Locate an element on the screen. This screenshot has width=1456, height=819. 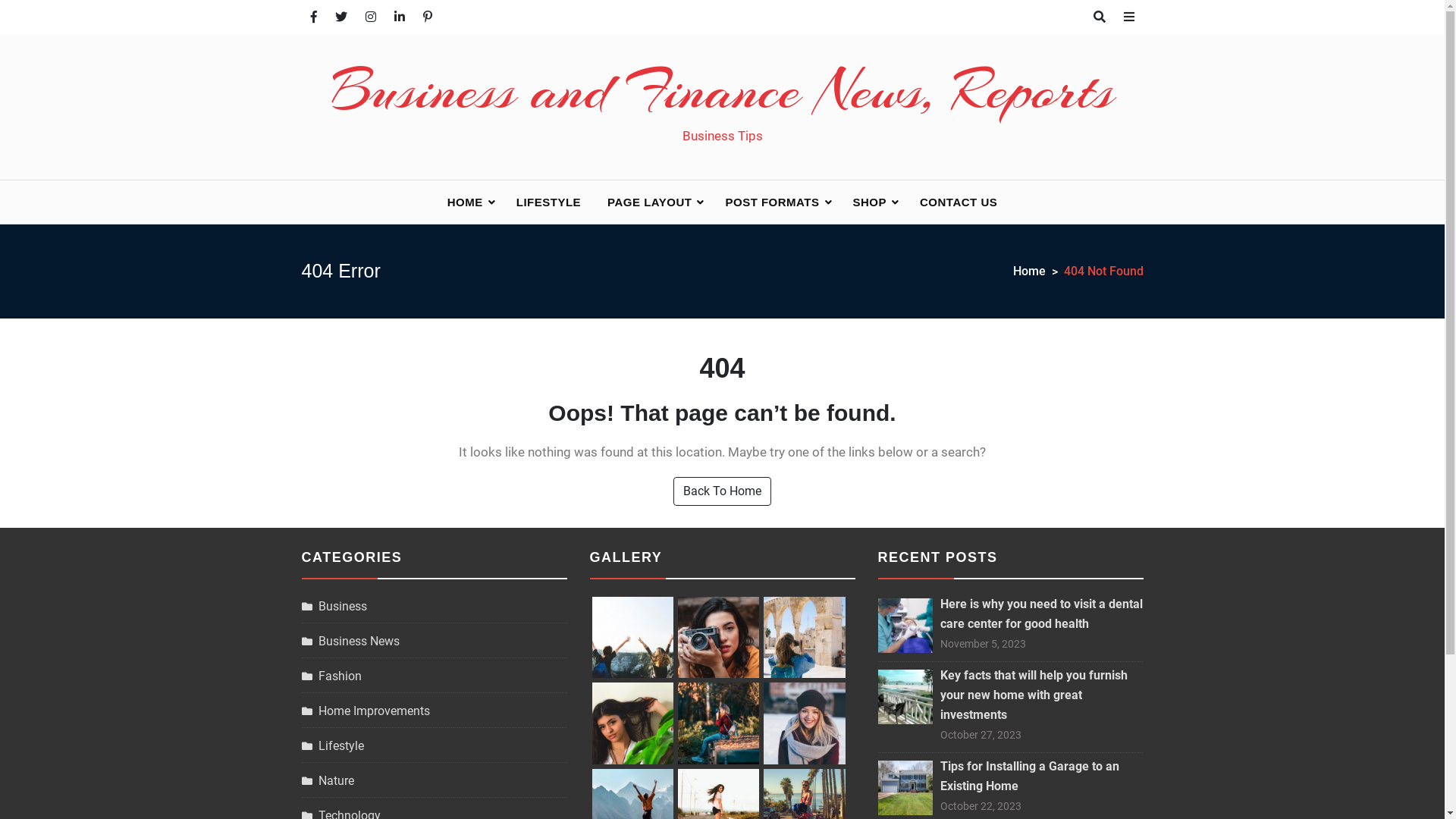
'SHOP' is located at coordinates (839, 201).